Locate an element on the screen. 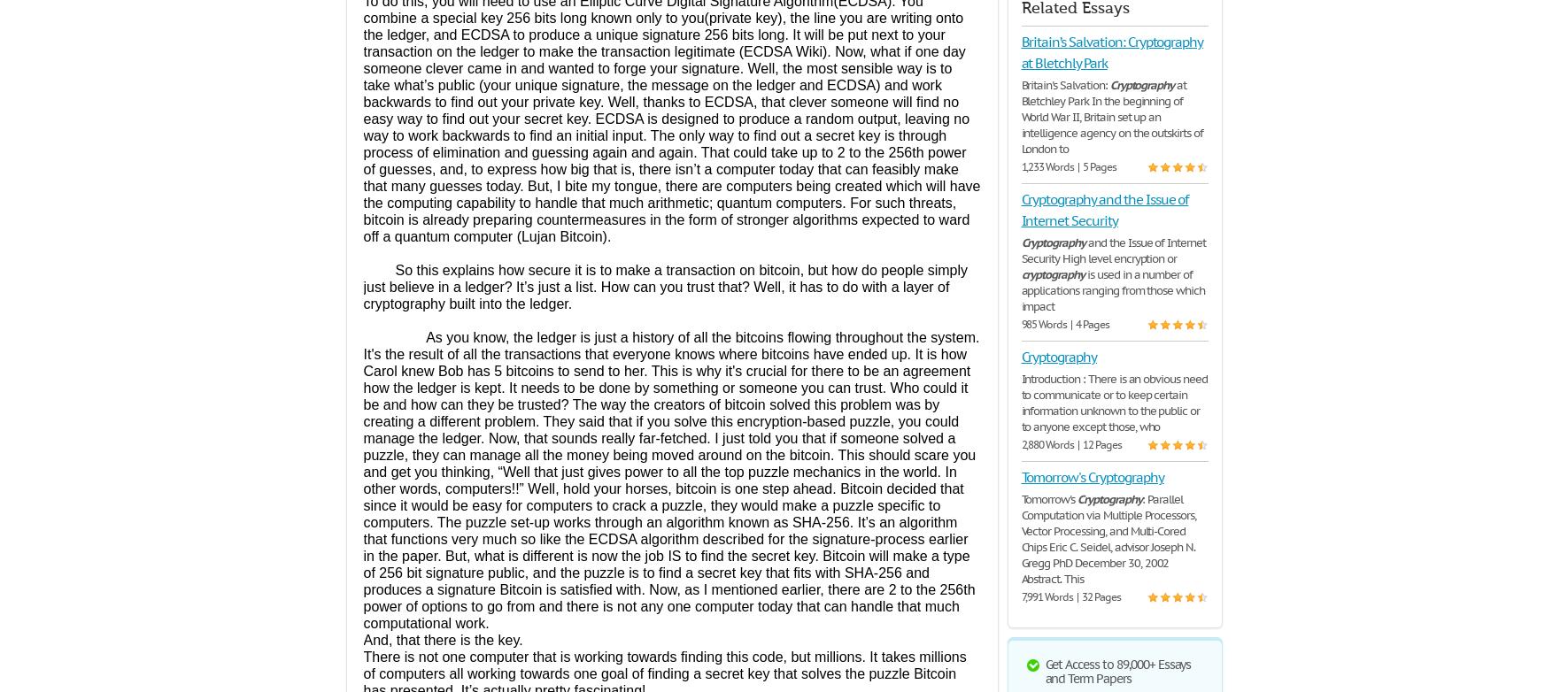 Image resolution: width=1568 pixels, height=692 pixels. ': Parallel Computation via Multiple Processors, Vector Processing, and Multi-Cored Chips Eric C. Seidel, advisor Joseph N. Gregg PhD December 30, 2002 Abstract. This' is located at coordinates (1020, 538).